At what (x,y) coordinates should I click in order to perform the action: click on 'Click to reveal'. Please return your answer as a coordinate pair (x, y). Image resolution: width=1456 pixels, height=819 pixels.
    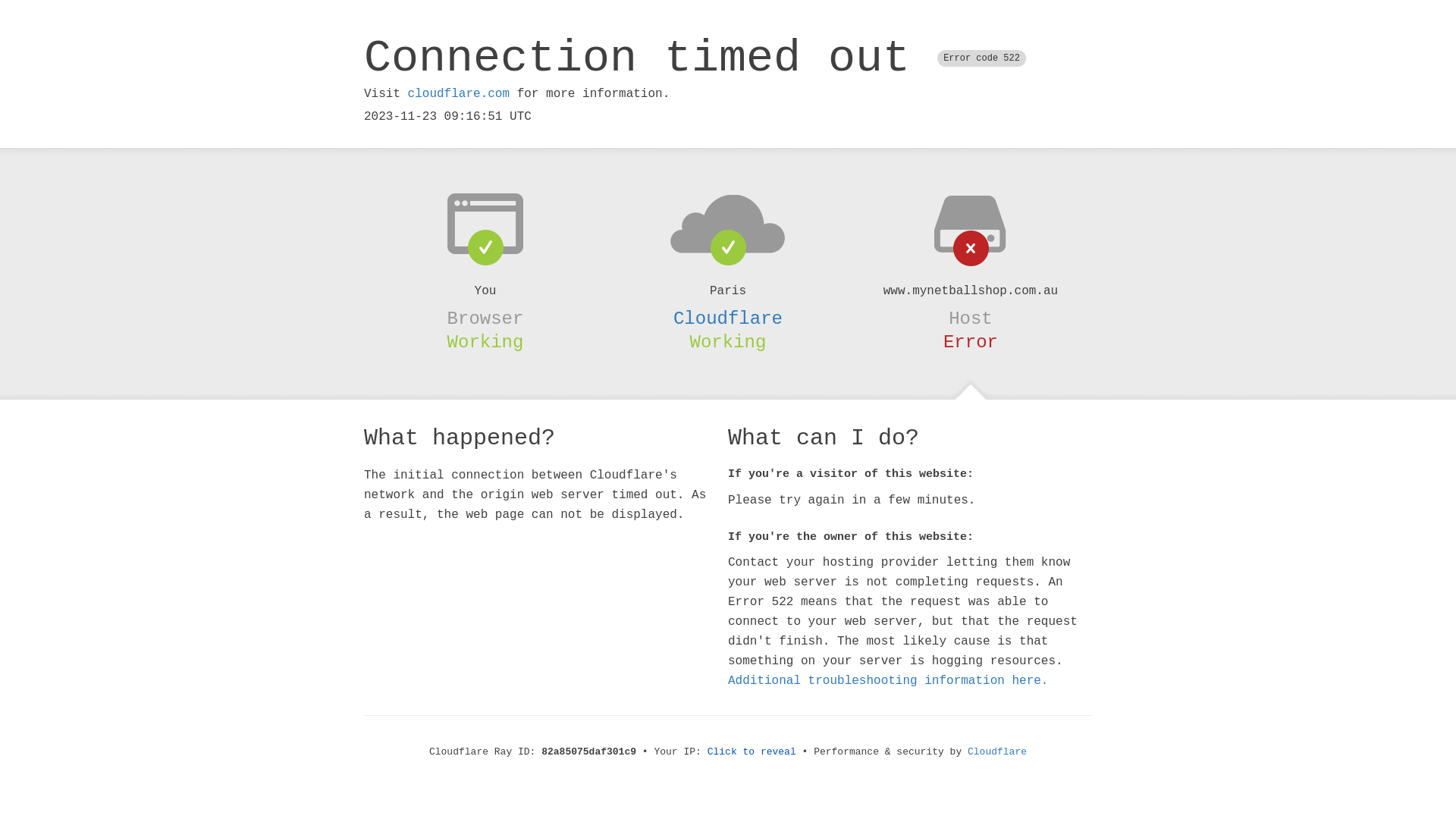
    Looking at the image, I should click on (752, 752).